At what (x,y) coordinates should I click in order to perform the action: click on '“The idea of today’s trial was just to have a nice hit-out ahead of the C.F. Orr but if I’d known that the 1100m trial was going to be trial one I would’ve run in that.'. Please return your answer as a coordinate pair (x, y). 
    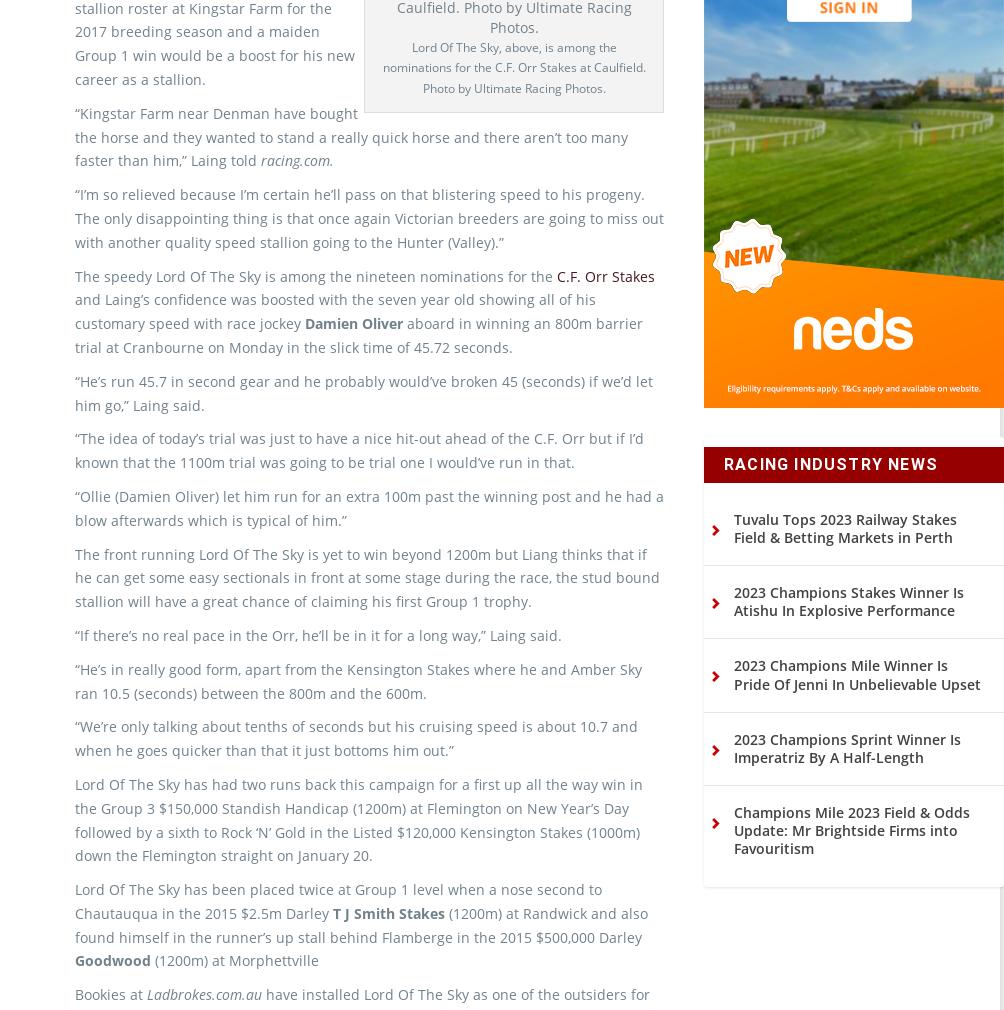
    Looking at the image, I should click on (359, 484).